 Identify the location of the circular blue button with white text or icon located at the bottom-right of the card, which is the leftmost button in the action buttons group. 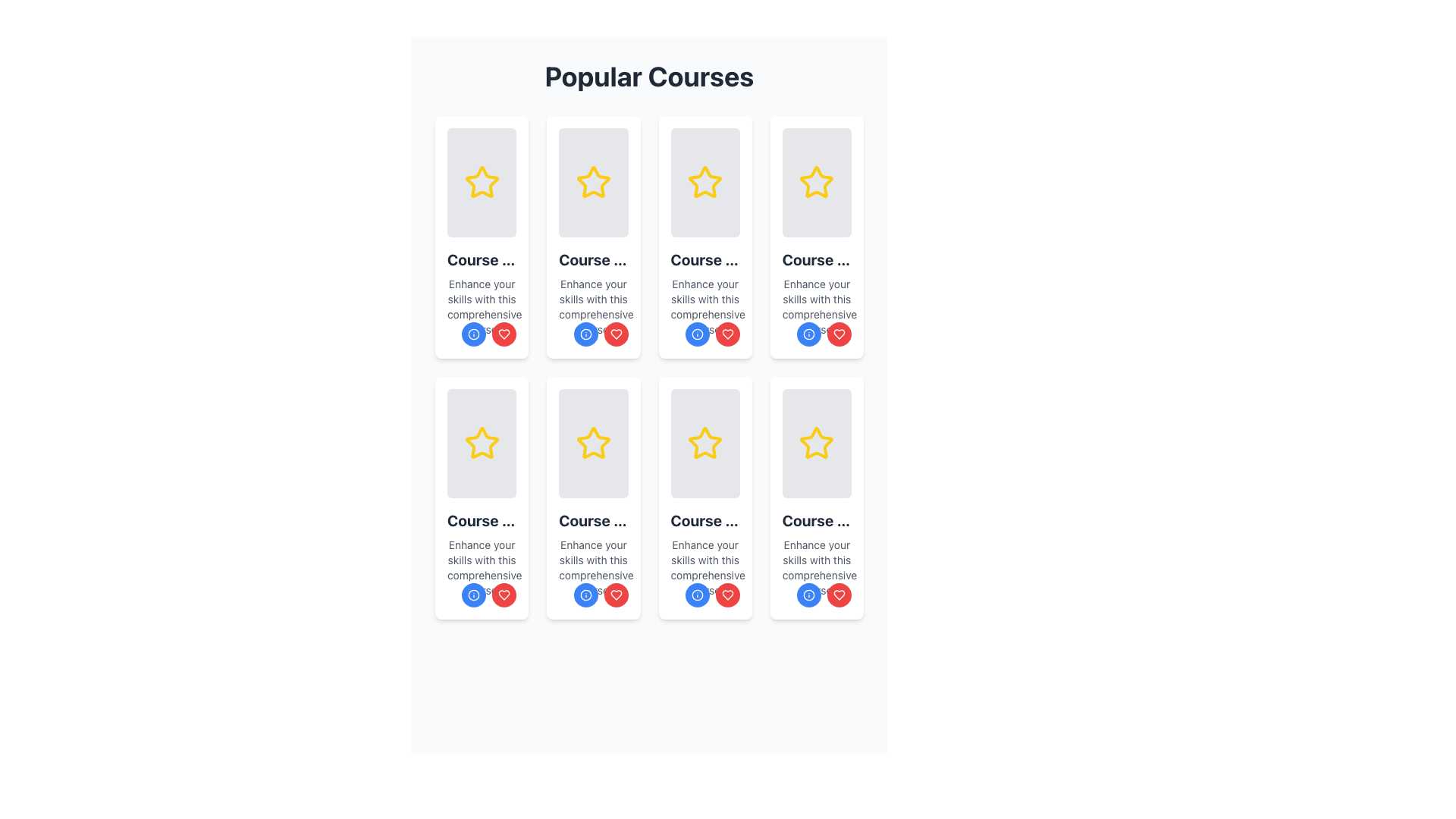
(473, 595).